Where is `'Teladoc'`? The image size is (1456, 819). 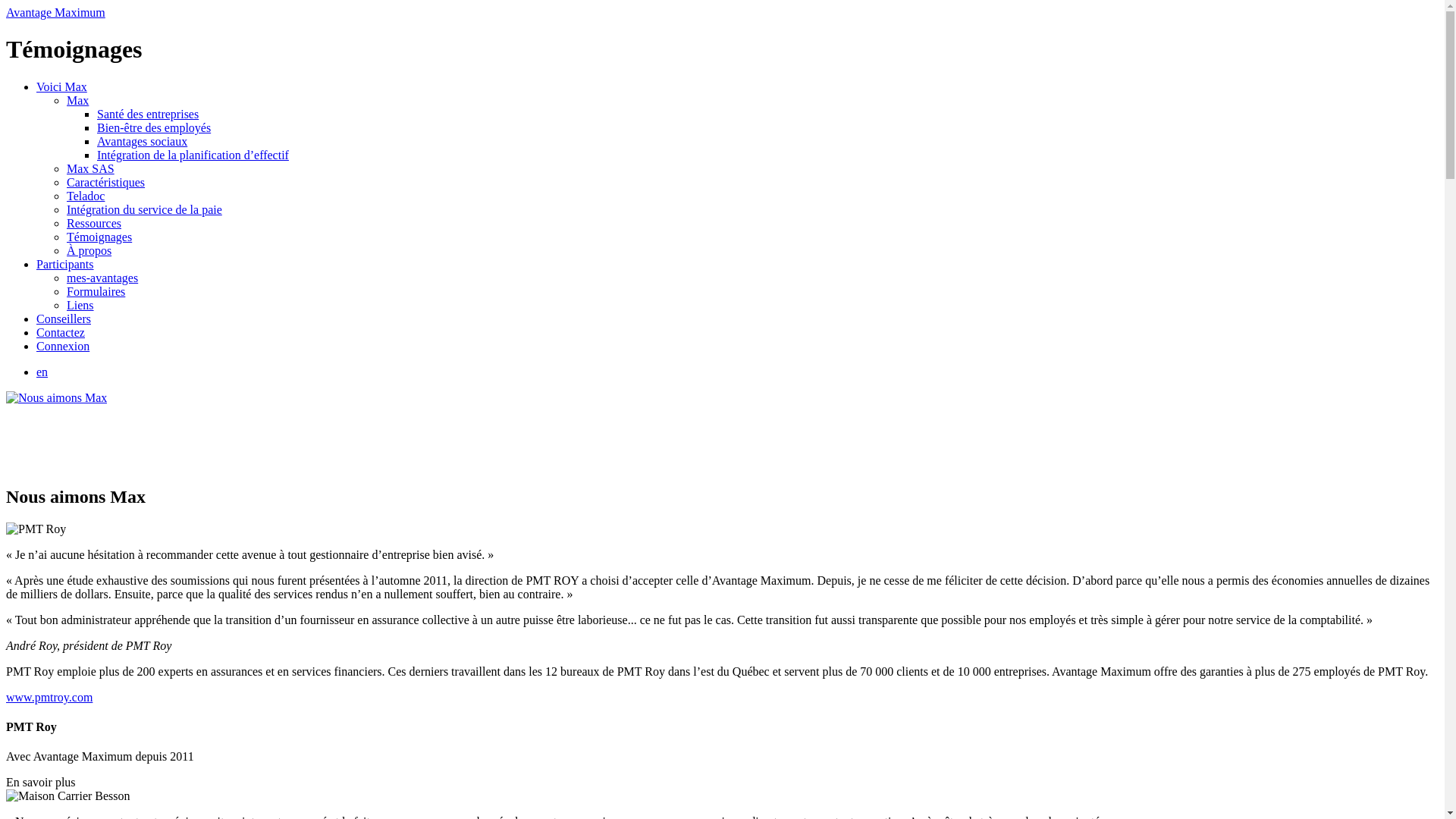
'Teladoc' is located at coordinates (85, 195).